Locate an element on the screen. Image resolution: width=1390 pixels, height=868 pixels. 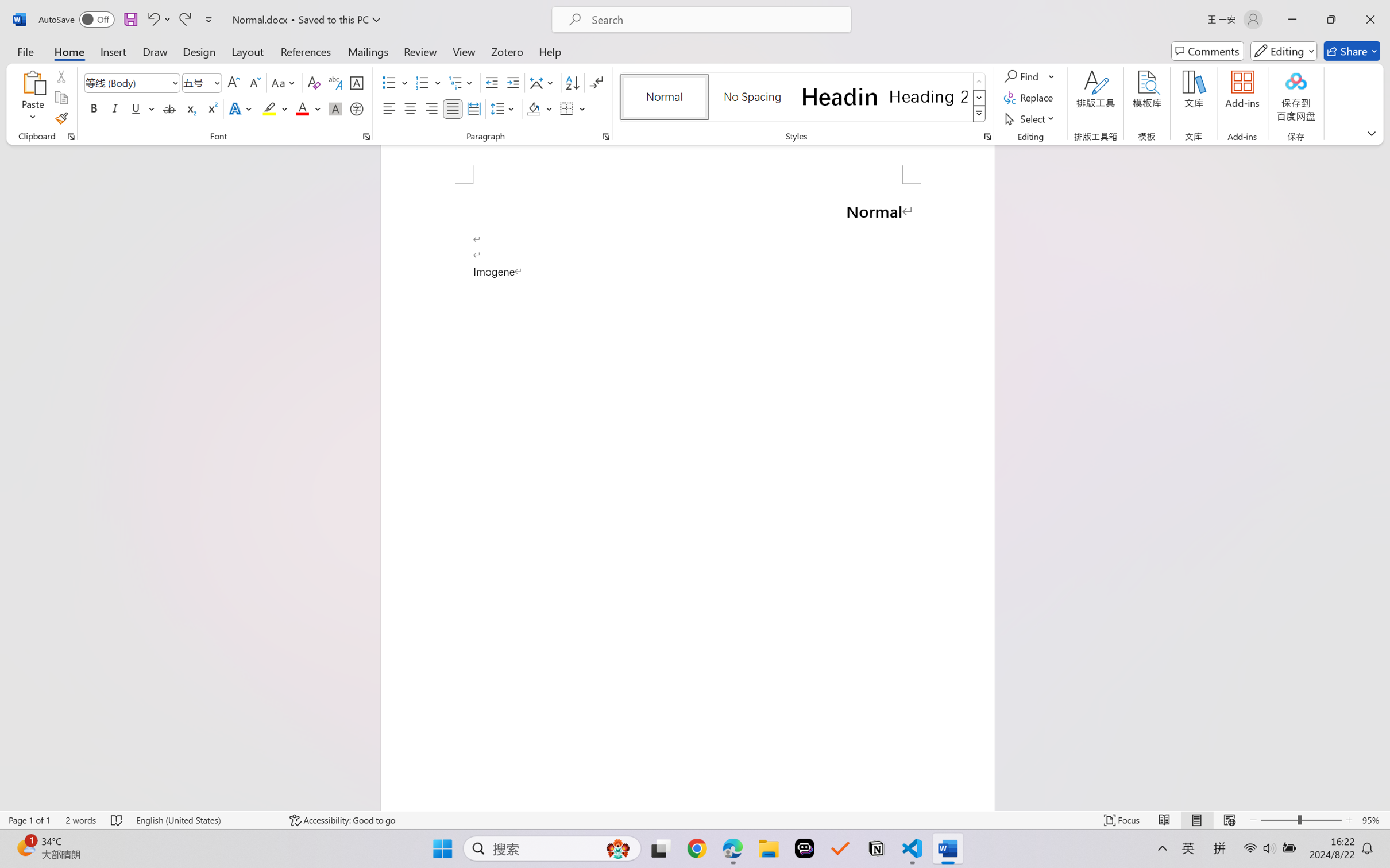
'Character Shading' is located at coordinates (334, 108).